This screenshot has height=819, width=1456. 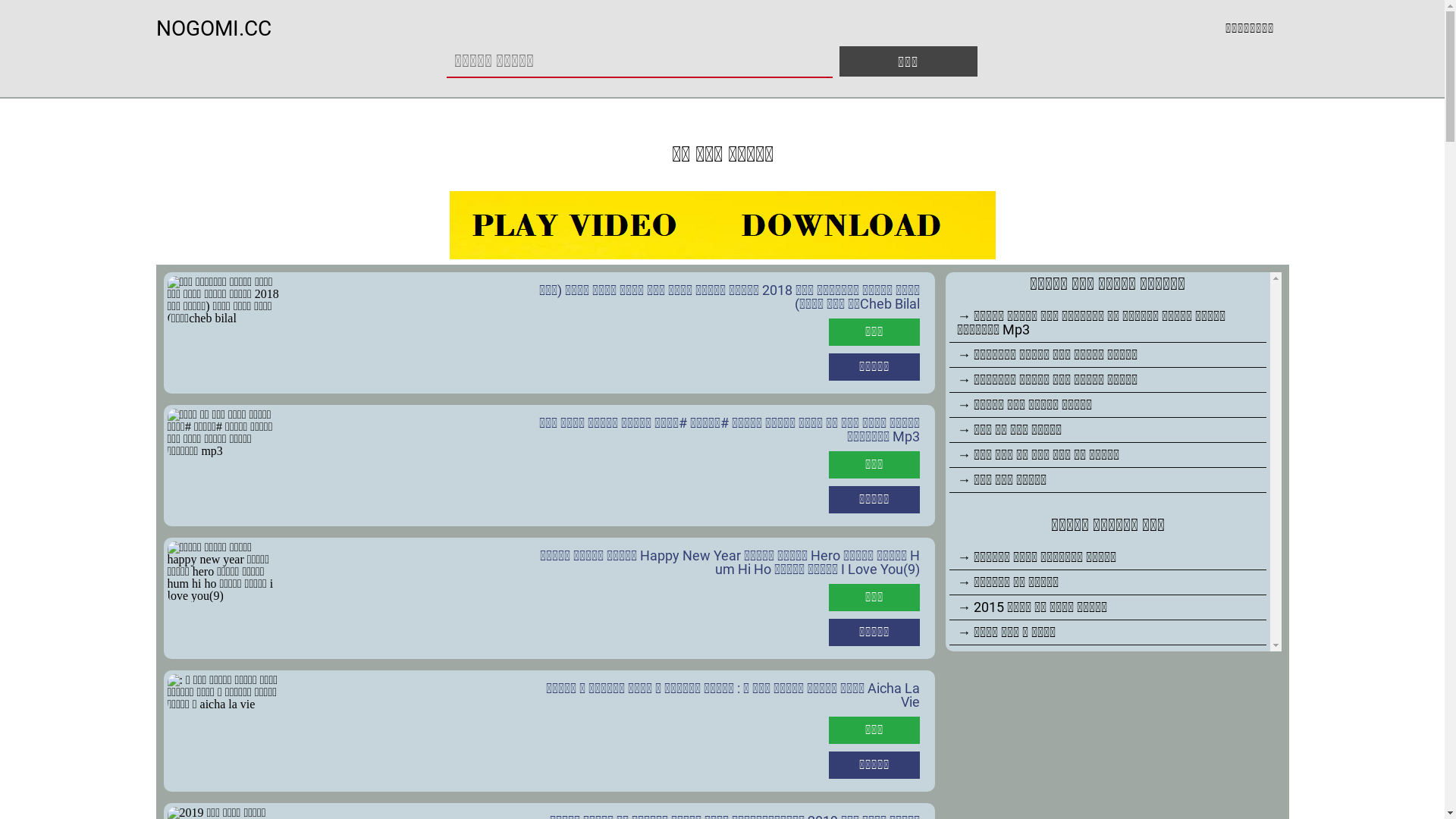 What do you see at coordinates (213, 28) in the screenshot?
I see `'NOGOMI.CC'` at bounding box center [213, 28].